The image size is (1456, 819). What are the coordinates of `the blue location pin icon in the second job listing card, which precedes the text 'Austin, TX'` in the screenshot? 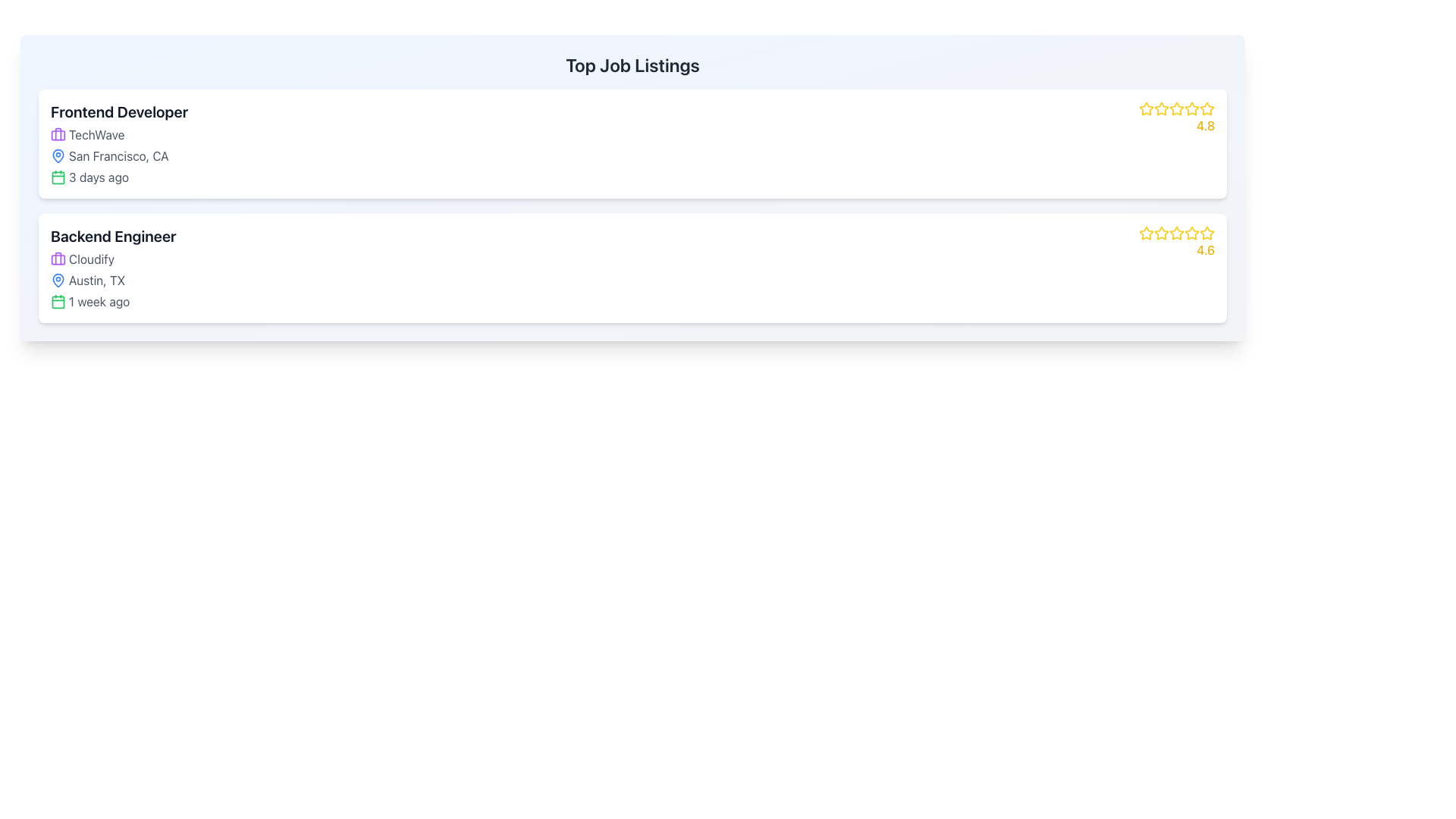 It's located at (58, 281).